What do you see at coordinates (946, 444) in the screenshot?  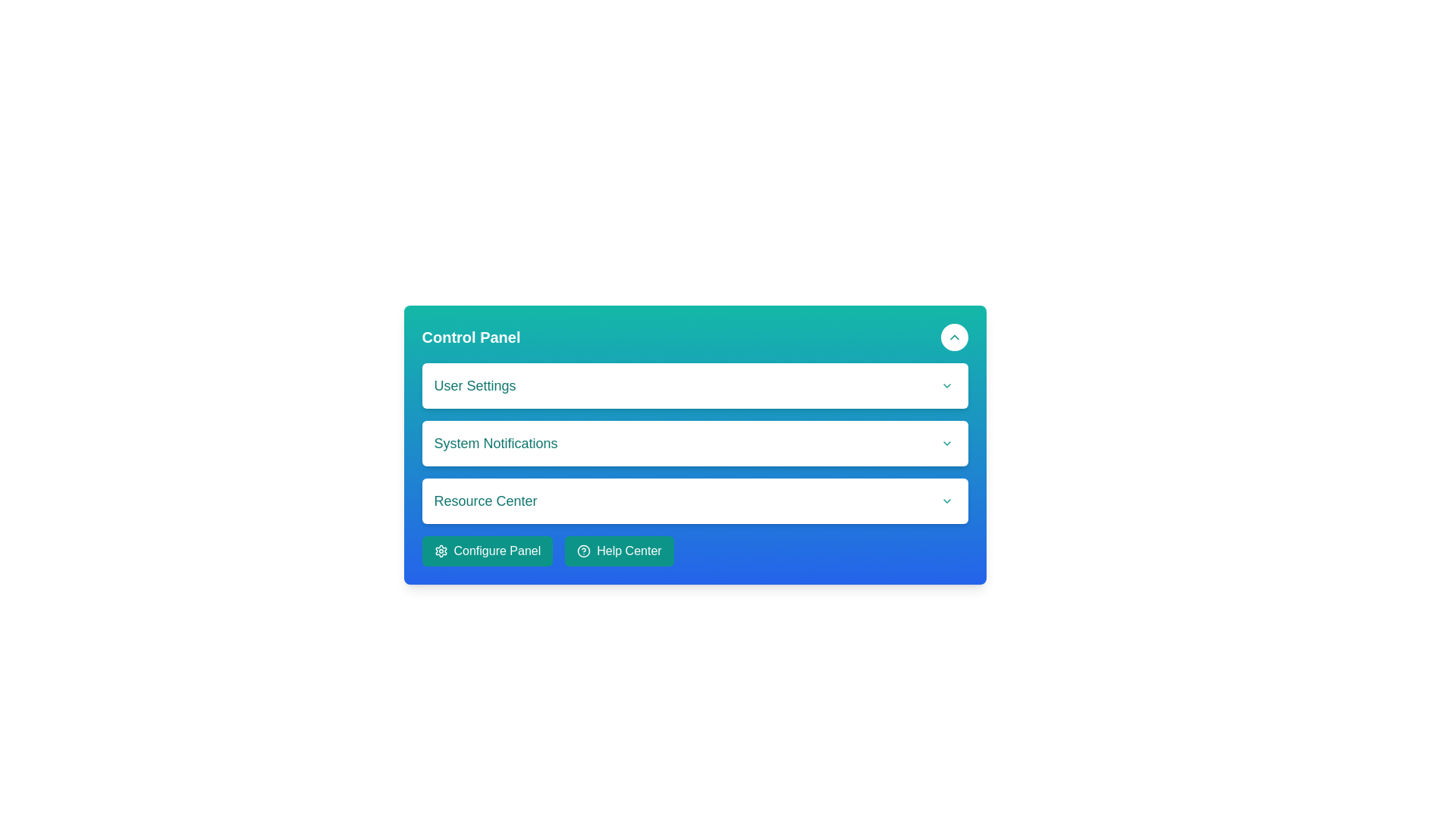 I see `the Chevron-Down icon located at the rightmost position of the 'System Notifications' dropdown button` at bounding box center [946, 444].